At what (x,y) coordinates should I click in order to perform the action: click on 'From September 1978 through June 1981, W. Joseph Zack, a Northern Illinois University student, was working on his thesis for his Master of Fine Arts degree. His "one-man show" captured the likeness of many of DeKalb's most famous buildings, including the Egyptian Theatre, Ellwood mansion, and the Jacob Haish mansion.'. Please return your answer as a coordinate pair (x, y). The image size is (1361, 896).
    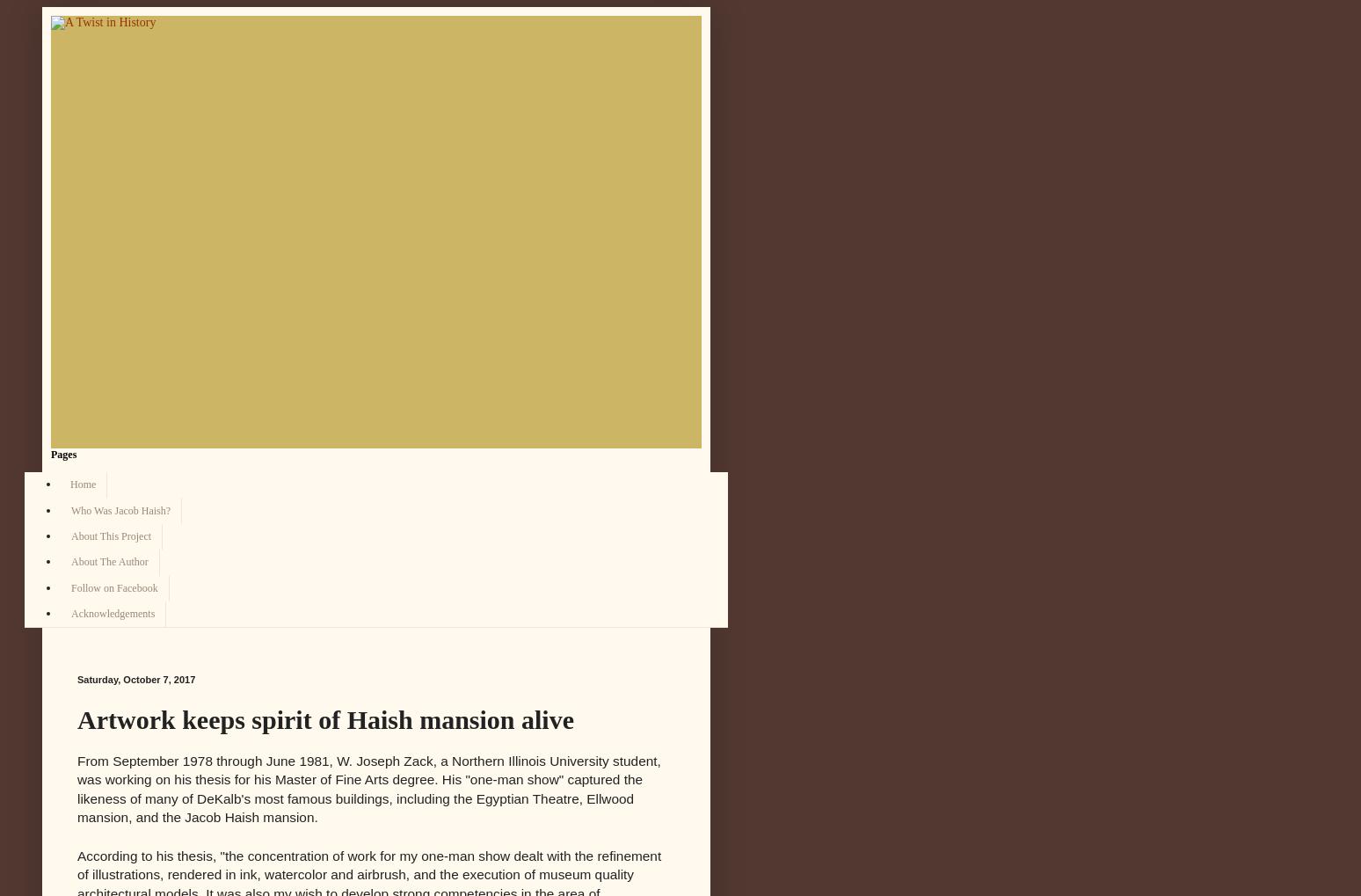
    Looking at the image, I should click on (368, 789).